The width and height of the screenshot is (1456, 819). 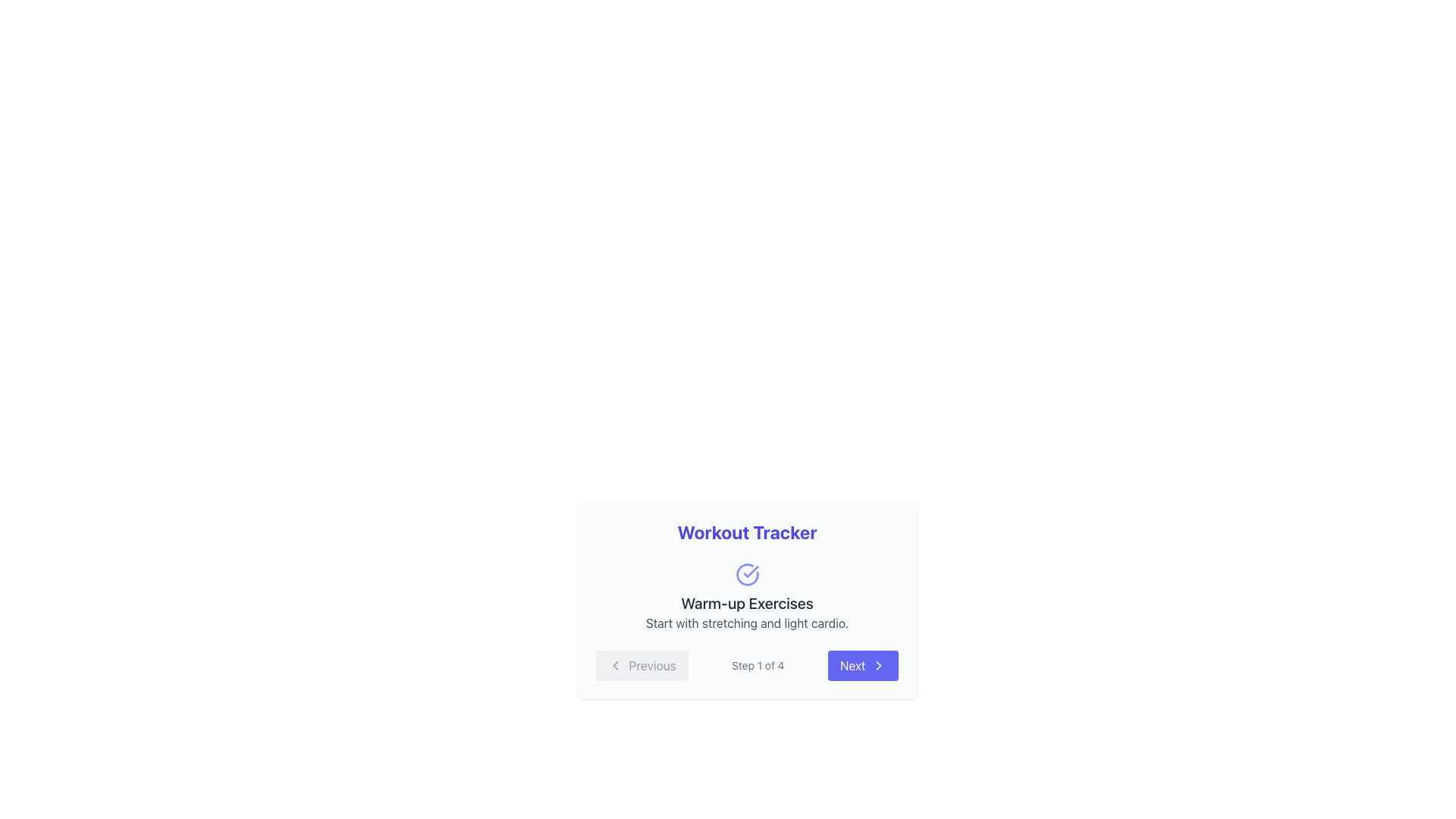 What do you see at coordinates (615, 665) in the screenshot?
I see `the backward navigation icon located within the 'Previous' button on the lower-left side of the interface` at bounding box center [615, 665].